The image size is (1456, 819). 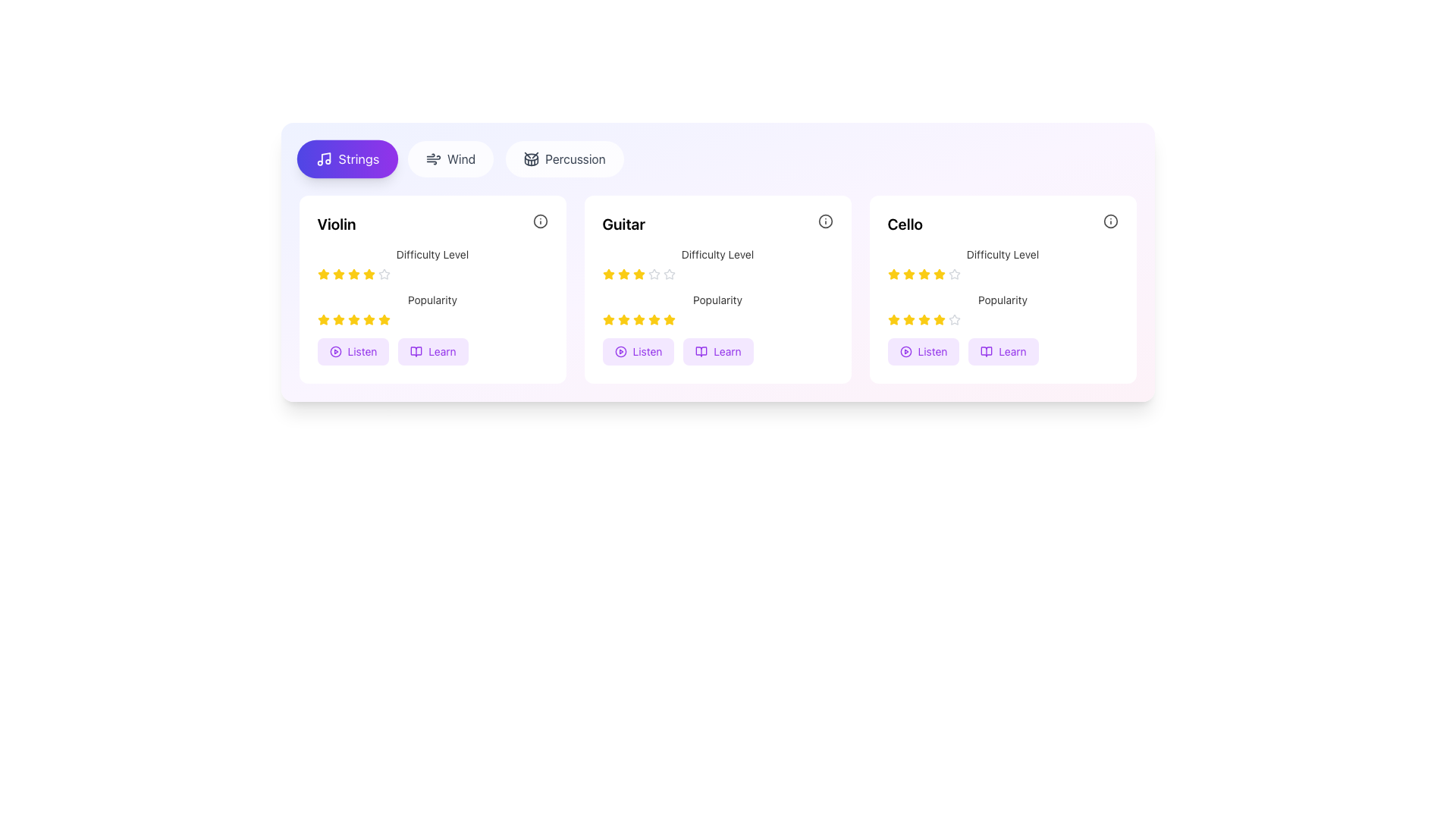 I want to click on the sixth Rating Star Icon in the popularity ratings section of the 'Violin' card to interact with its functionality, so click(x=369, y=318).